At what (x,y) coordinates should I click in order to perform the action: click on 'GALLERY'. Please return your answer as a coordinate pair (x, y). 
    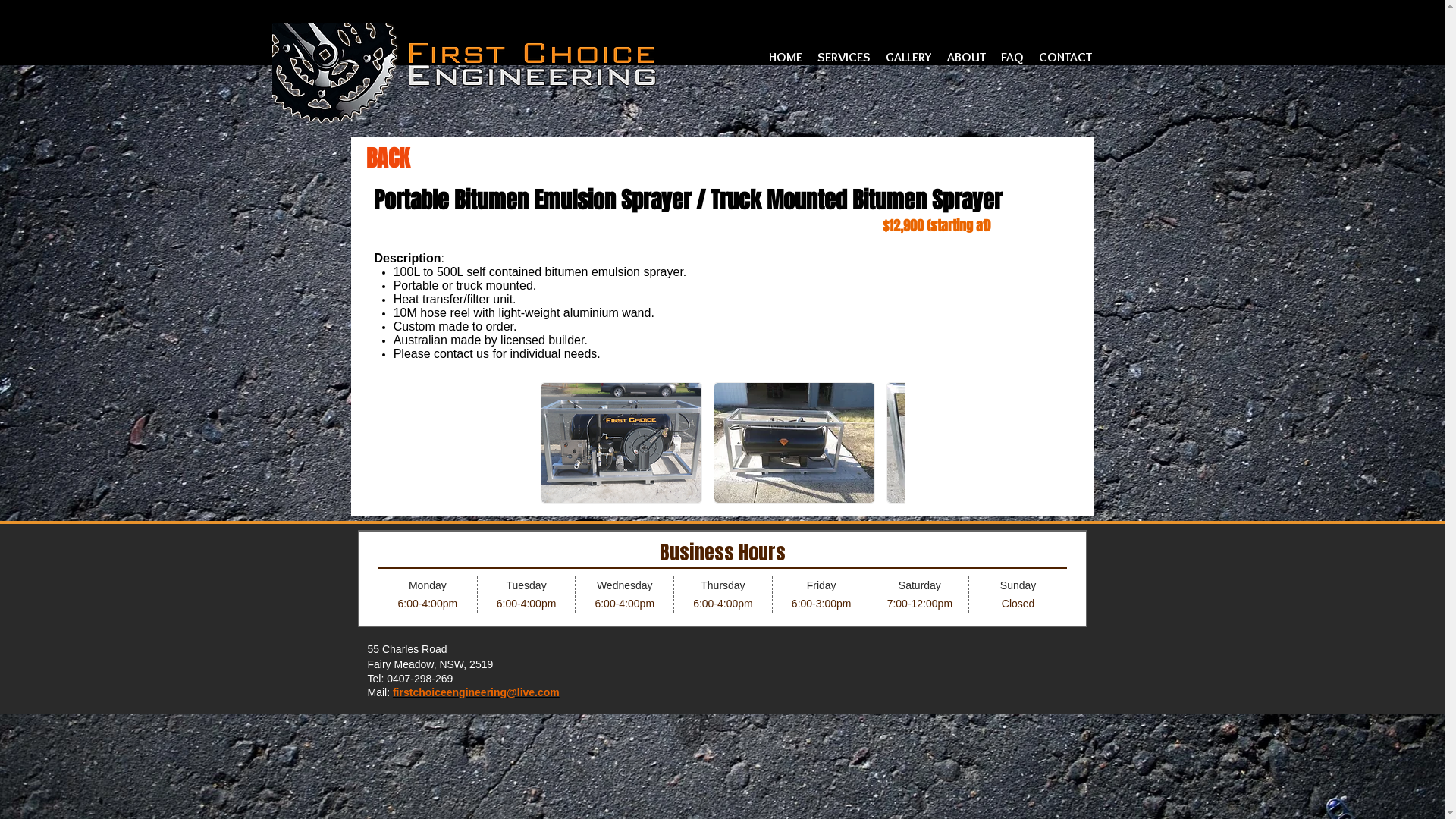
    Looking at the image, I should click on (908, 55).